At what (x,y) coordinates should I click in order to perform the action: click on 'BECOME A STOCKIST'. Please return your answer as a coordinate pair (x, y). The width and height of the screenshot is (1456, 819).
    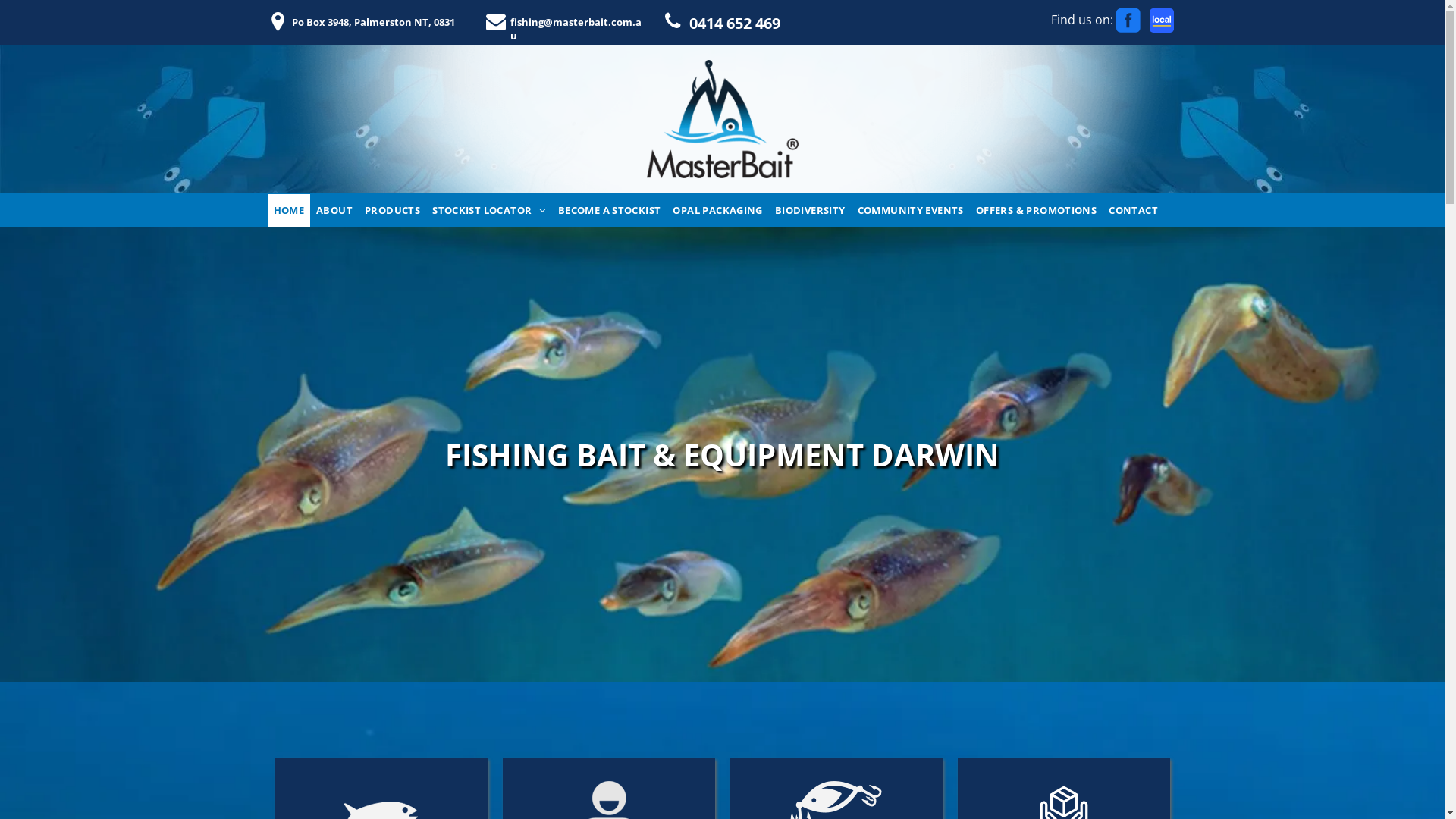
    Looking at the image, I should click on (609, 210).